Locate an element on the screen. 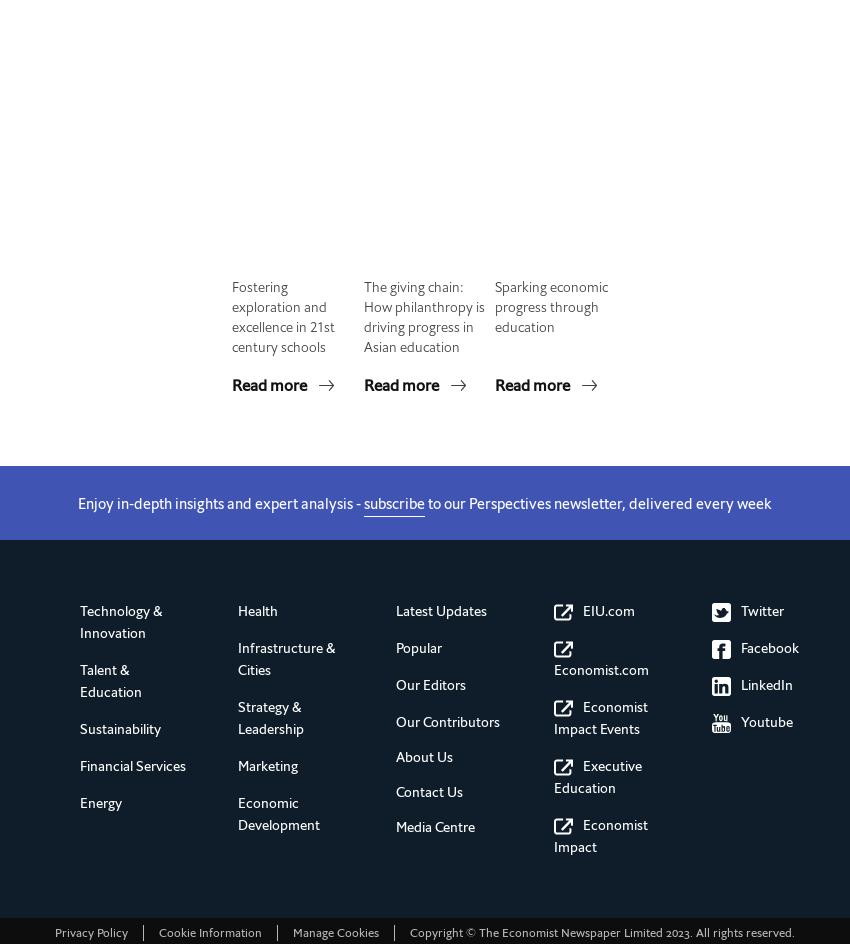 The width and height of the screenshot is (850, 944). 'Sustainability' is located at coordinates (119, 729).